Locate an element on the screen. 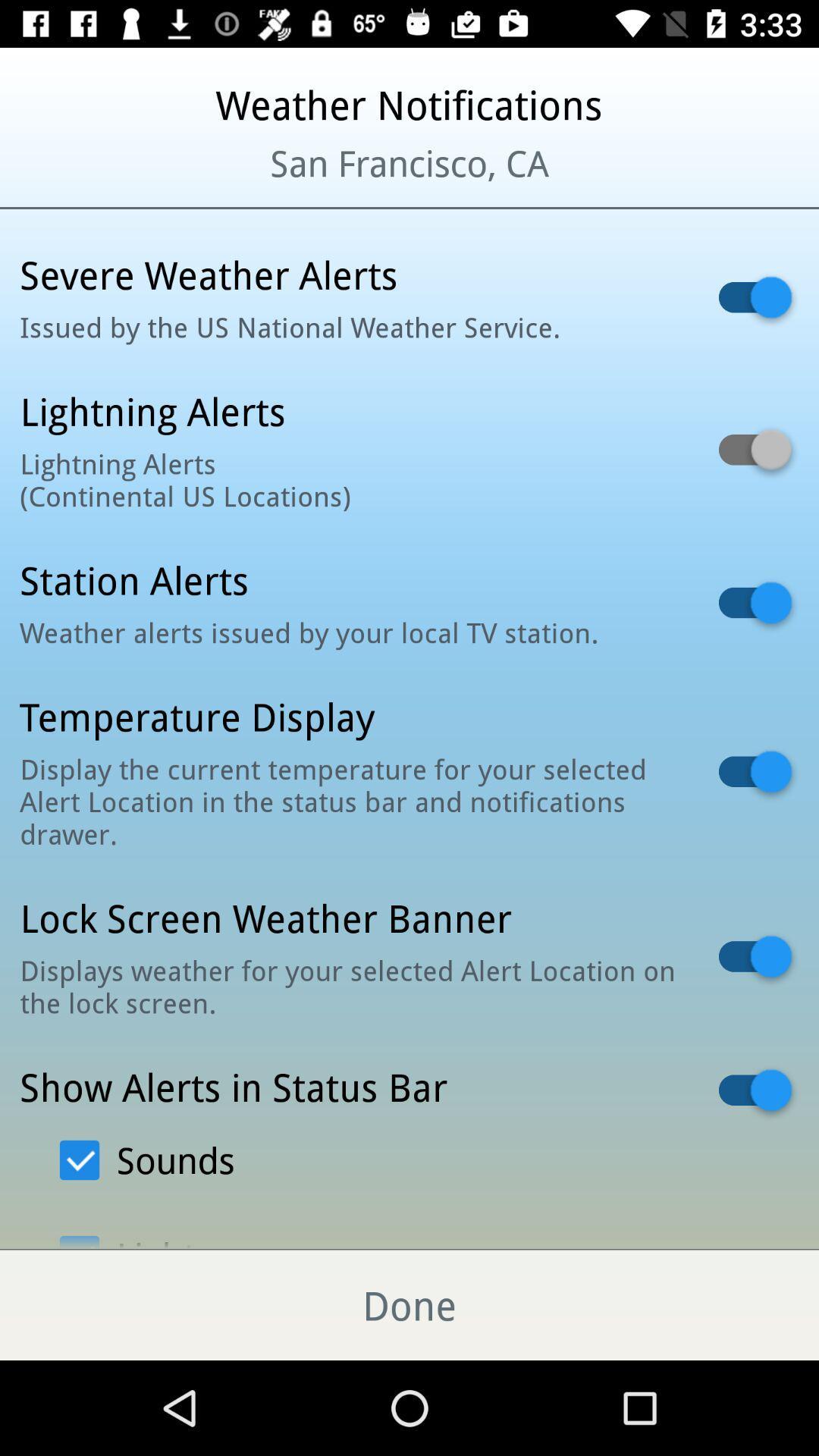  the icon next to the san francisco, ca item is located at coordinates (99, 182).